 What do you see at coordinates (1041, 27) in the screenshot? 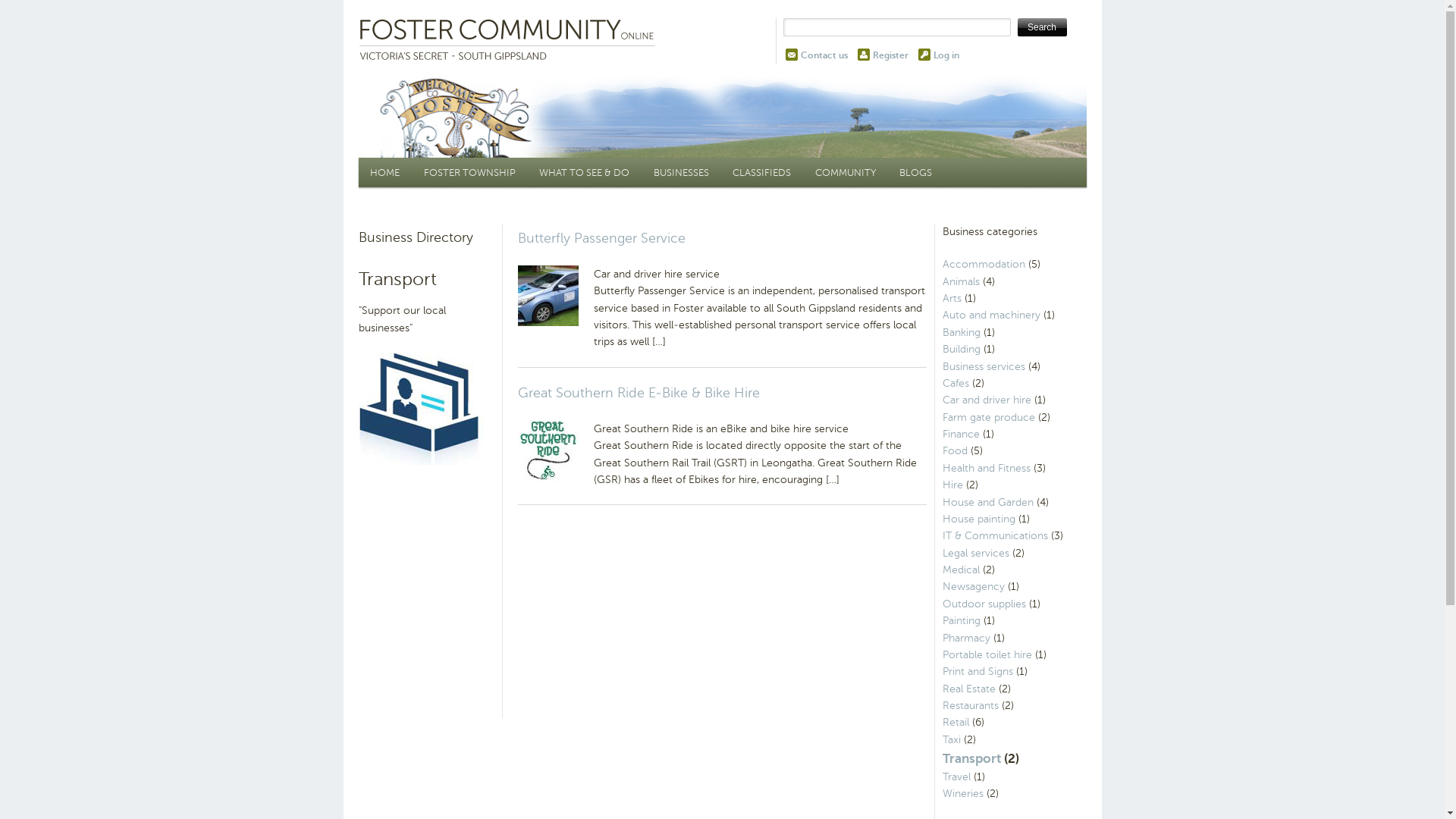
I see `'Search'` at bounding box center [1041, 27].